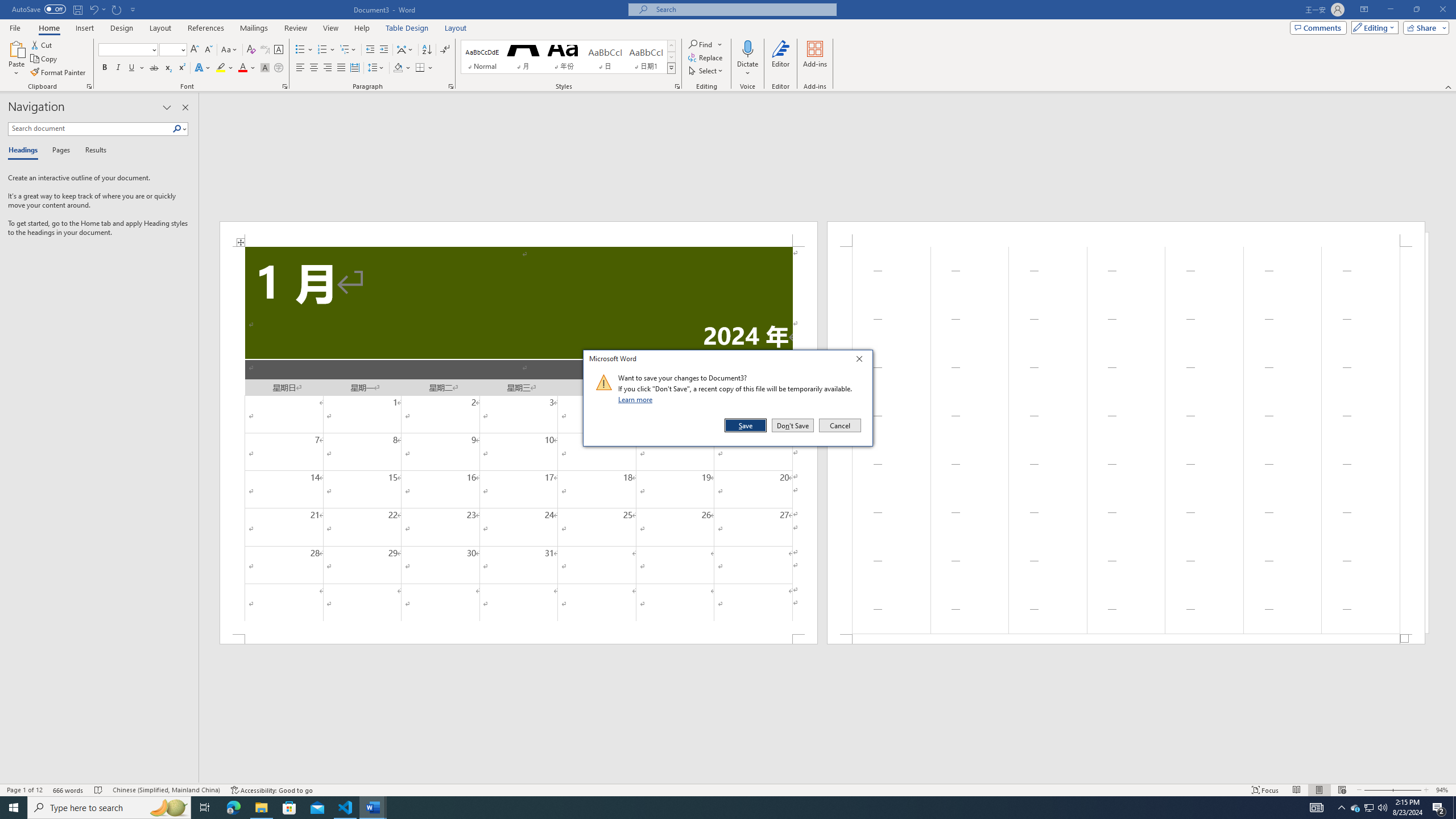 This screenshot has width=1456, height=819. What do you see at coordinates (225, 67) in the screenshot?
I see `'Text Highlight Color'` at bounding box center [225, 67].